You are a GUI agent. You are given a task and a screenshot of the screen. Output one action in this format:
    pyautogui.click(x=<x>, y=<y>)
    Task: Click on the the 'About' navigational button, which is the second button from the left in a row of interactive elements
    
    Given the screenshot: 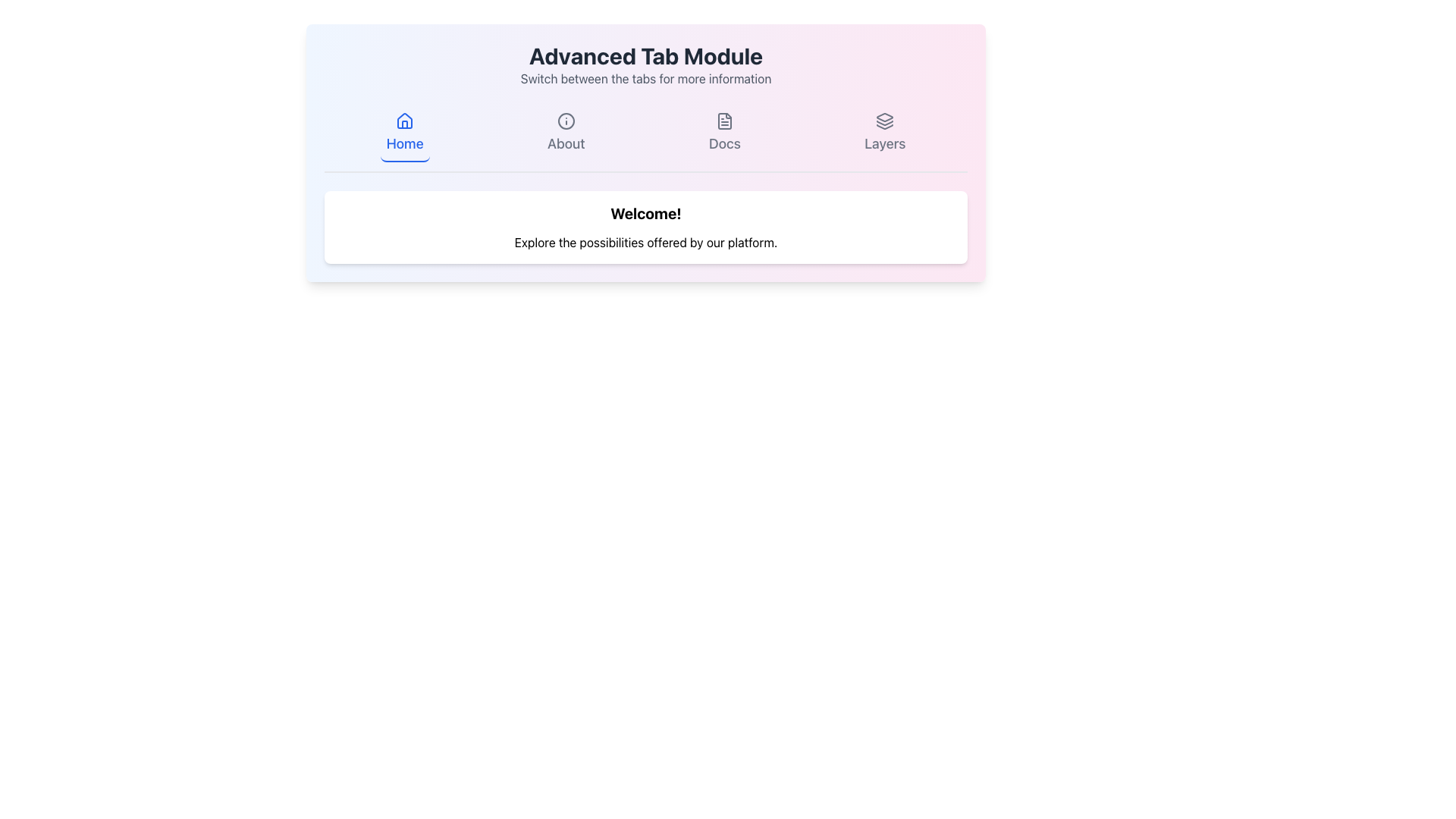 What is the action you would take?
    pyautogui.click(x=565, y=133)
    